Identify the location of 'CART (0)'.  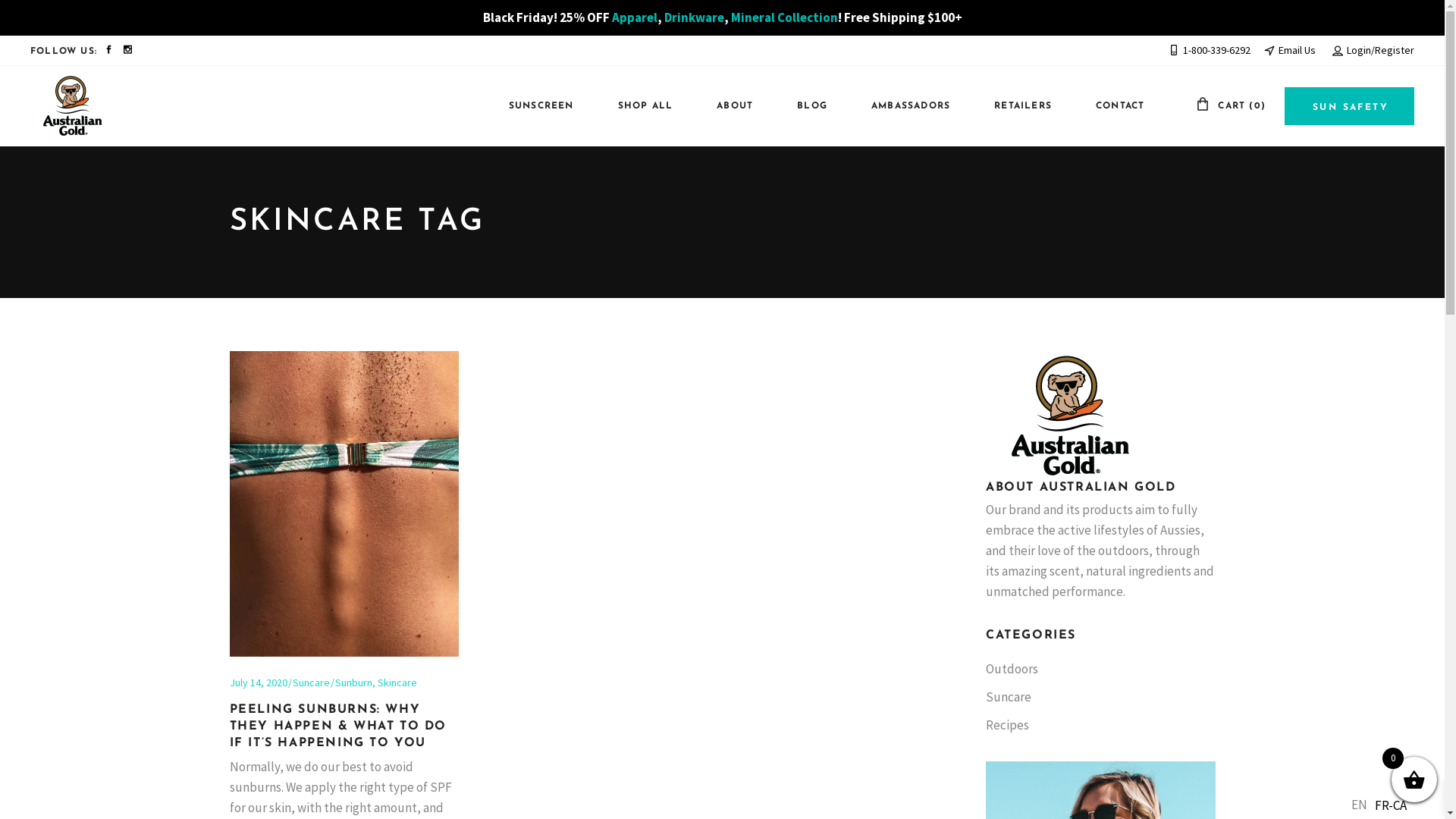
(1230, 105).